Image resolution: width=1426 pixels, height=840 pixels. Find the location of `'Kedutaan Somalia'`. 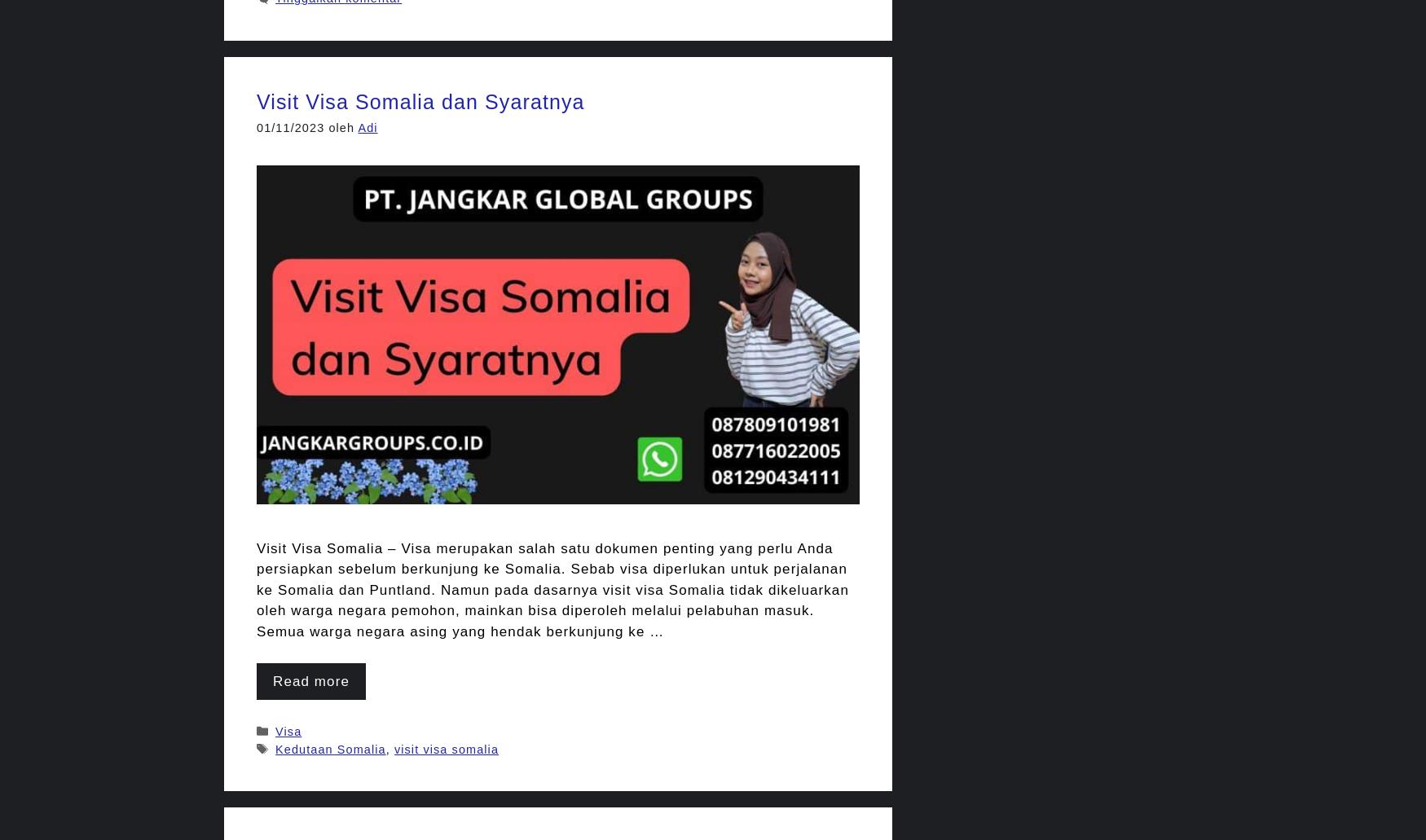

'Kedutaan Somalia' is located at coordinates (329, 749).